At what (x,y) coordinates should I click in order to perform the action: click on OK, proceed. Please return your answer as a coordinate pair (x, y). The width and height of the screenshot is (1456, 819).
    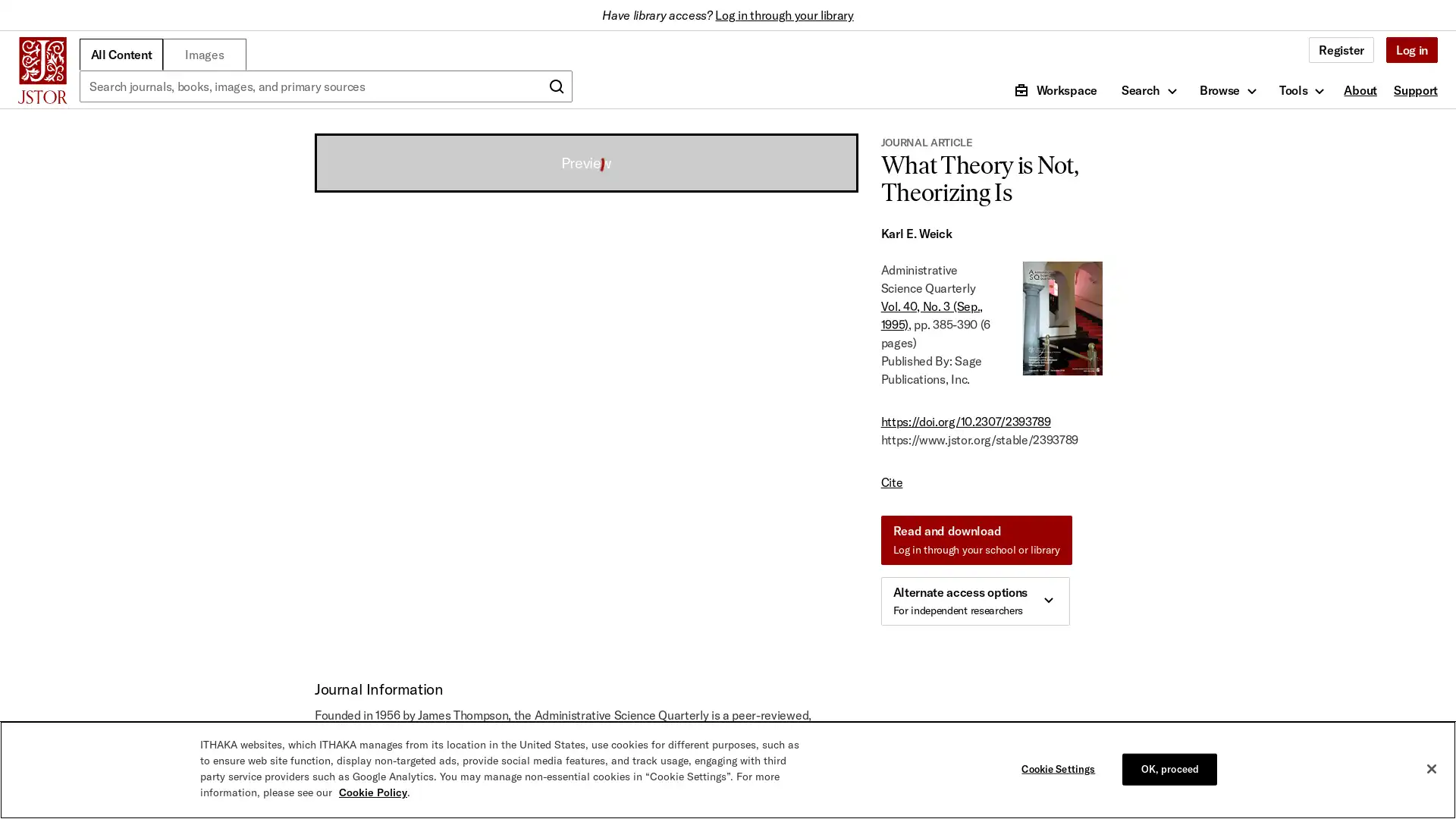
    Looking at the image, I should click on (1169, 769).